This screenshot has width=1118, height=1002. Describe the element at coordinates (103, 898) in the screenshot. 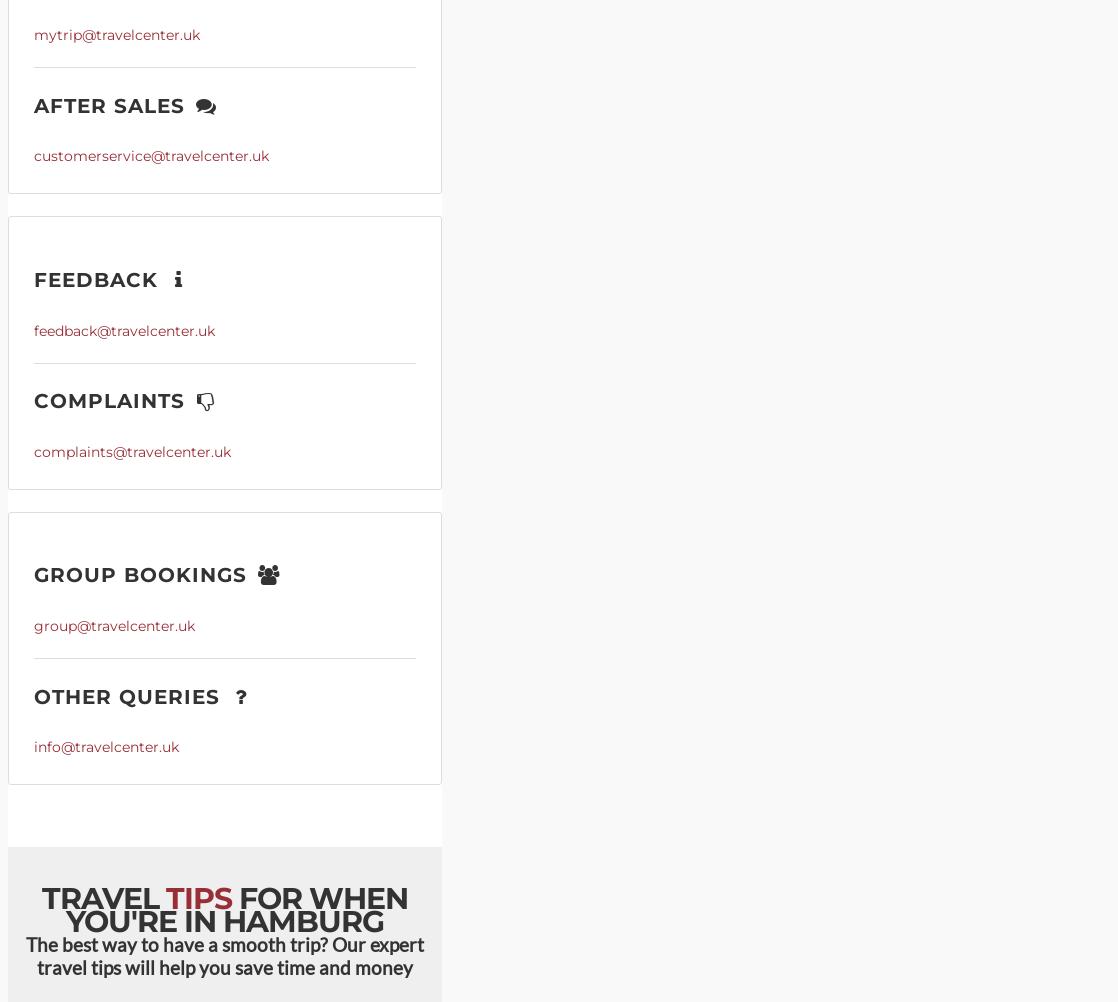

I see `'Travel'` at that location.